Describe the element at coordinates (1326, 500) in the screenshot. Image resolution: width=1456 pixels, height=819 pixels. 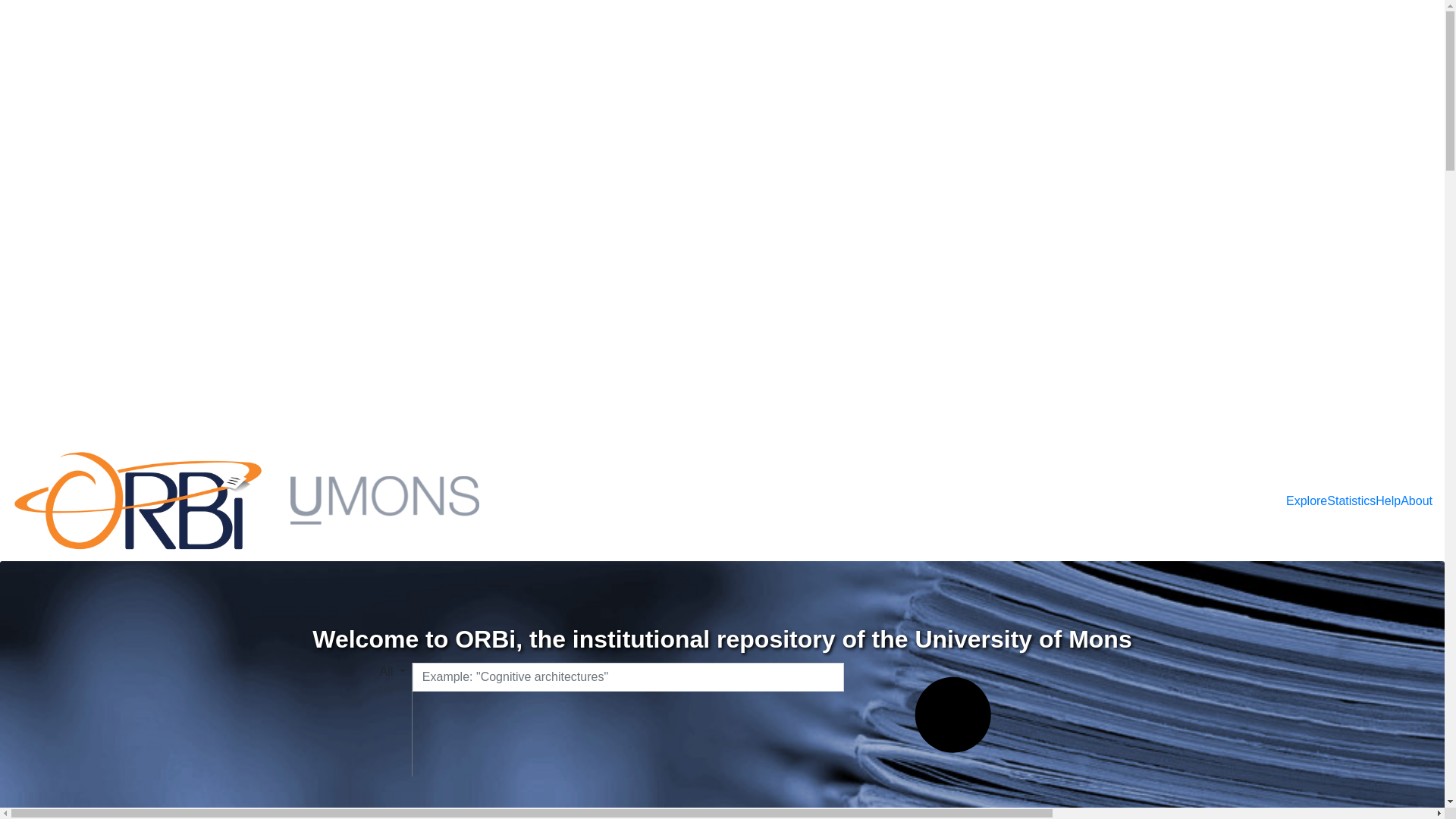
I see `'Statistics'` at that location.